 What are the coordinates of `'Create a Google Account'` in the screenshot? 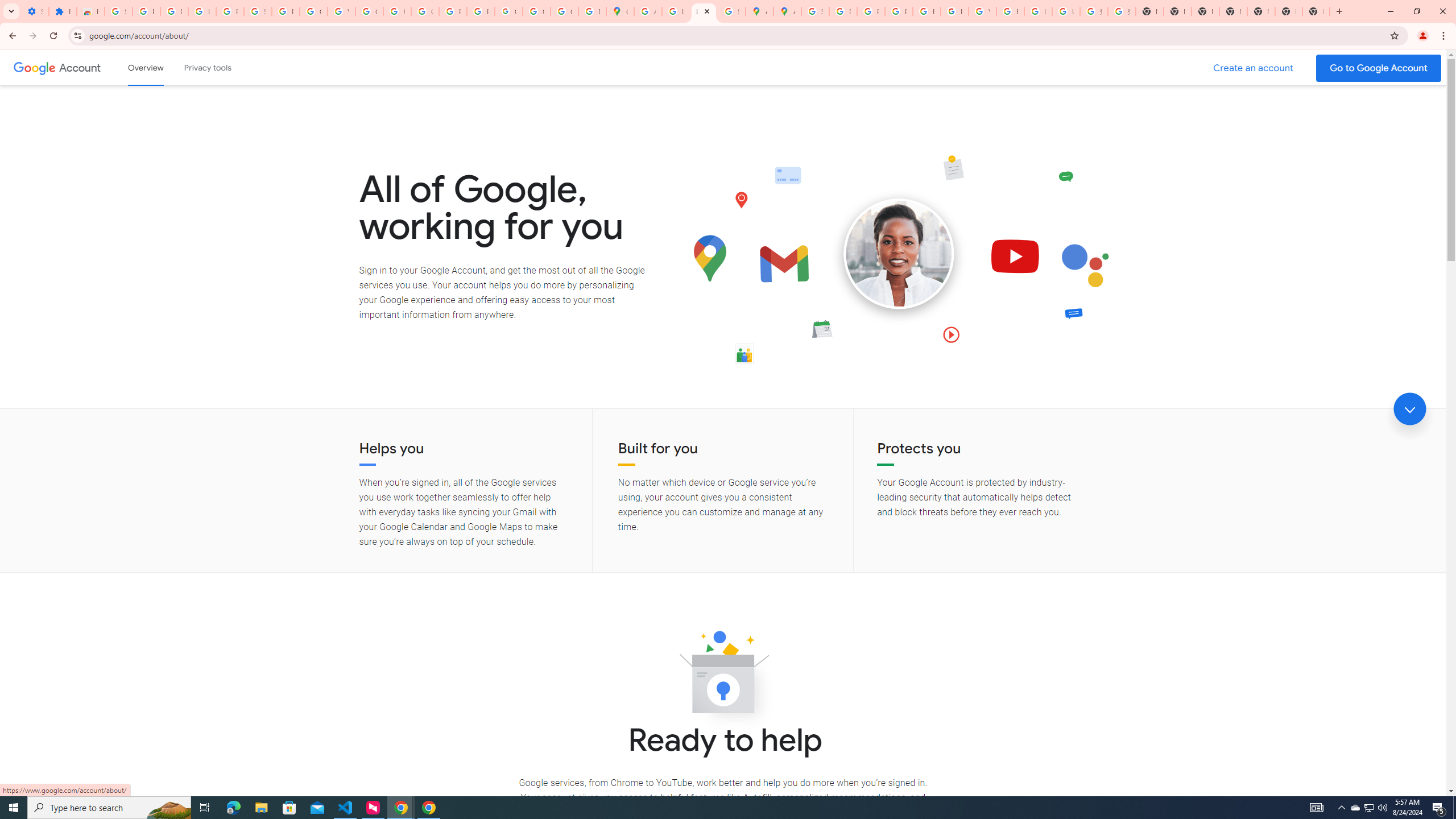 It's located at (1254, 68).